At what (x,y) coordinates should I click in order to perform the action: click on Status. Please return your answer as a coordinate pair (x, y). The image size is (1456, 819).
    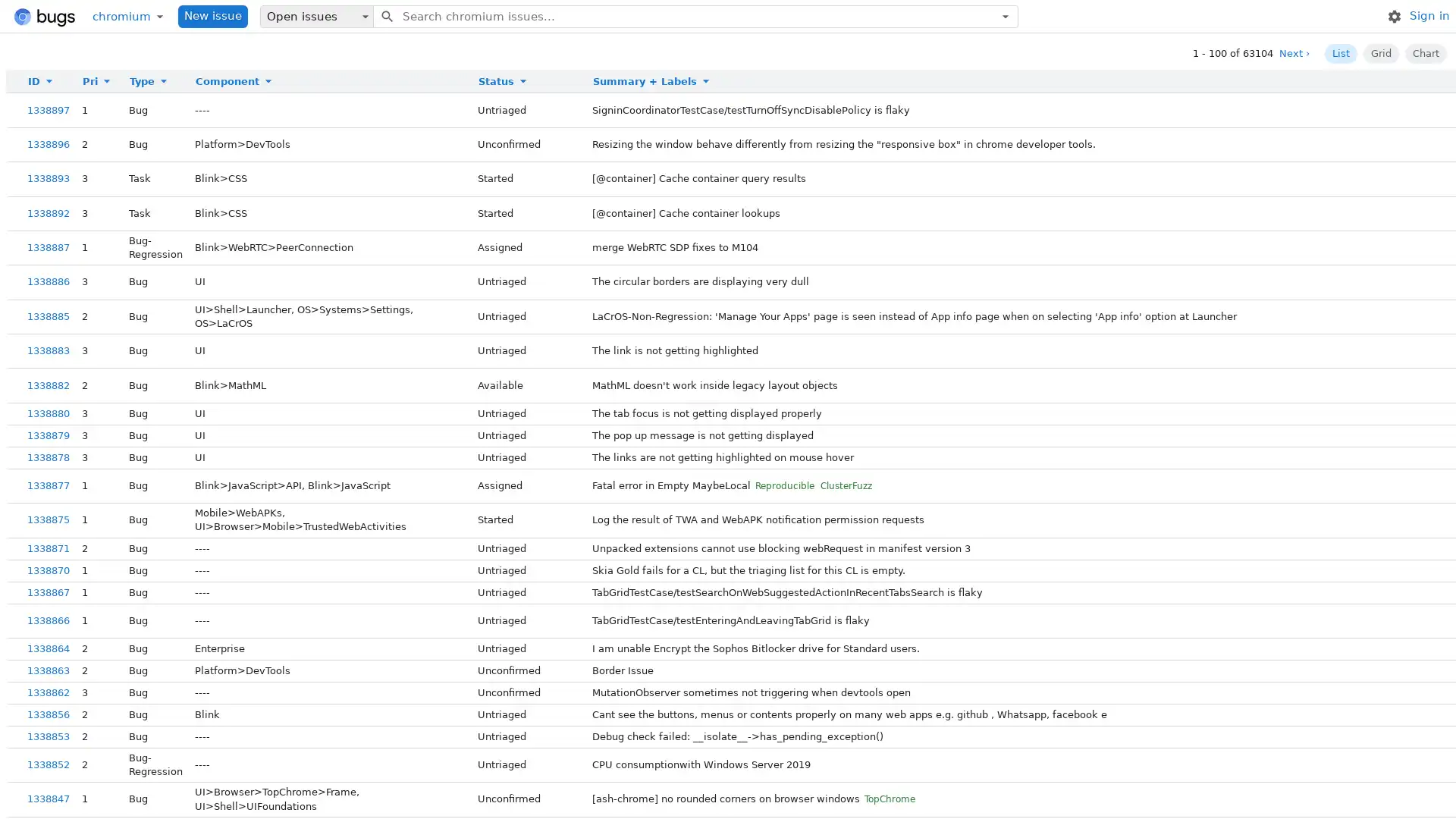
    Looking at the image, I should click on (505, 81).